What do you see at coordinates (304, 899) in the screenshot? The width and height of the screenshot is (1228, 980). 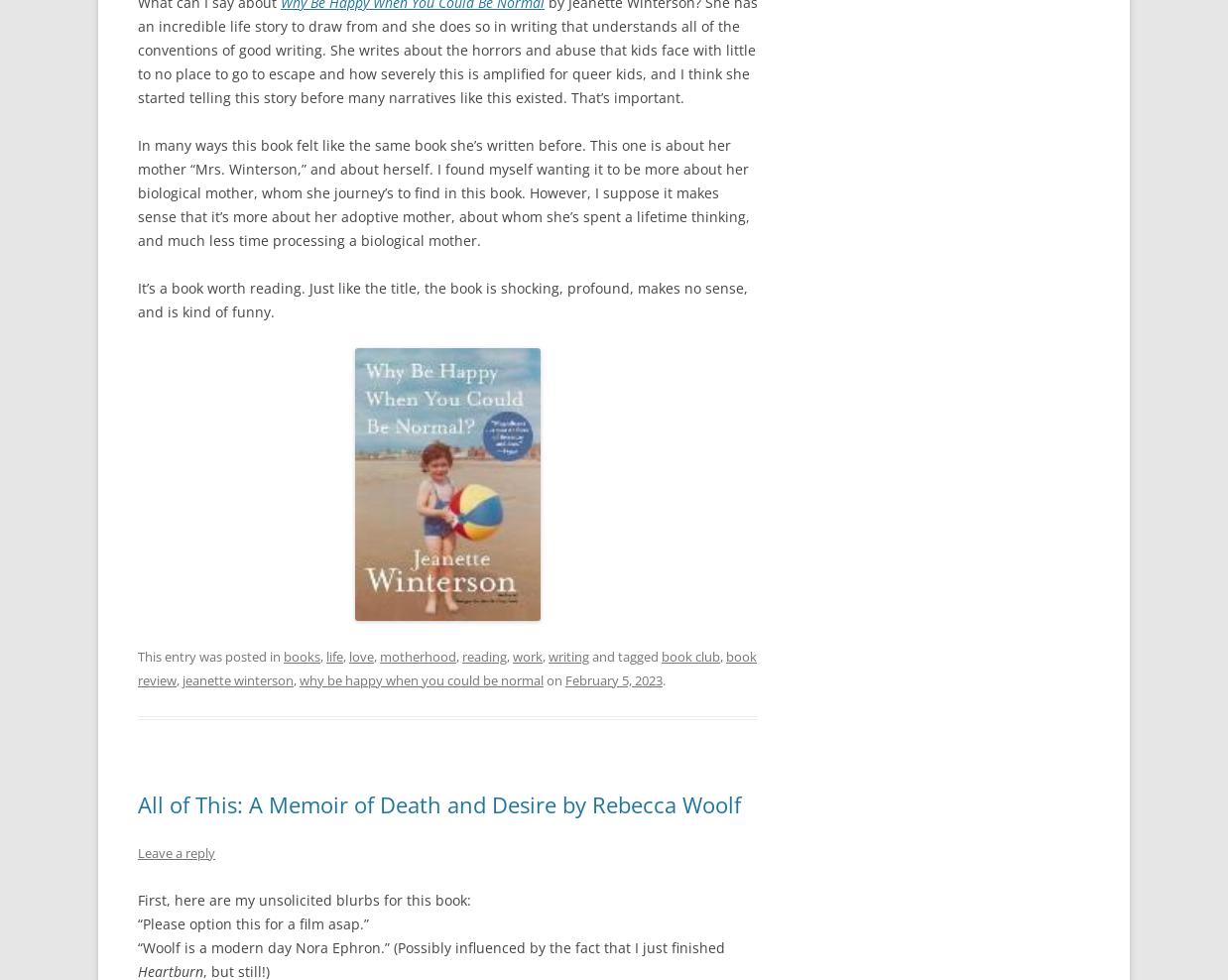 I see `'First, here are my unsolicited blurbs for this book:'` at bounding box center [304, 899].